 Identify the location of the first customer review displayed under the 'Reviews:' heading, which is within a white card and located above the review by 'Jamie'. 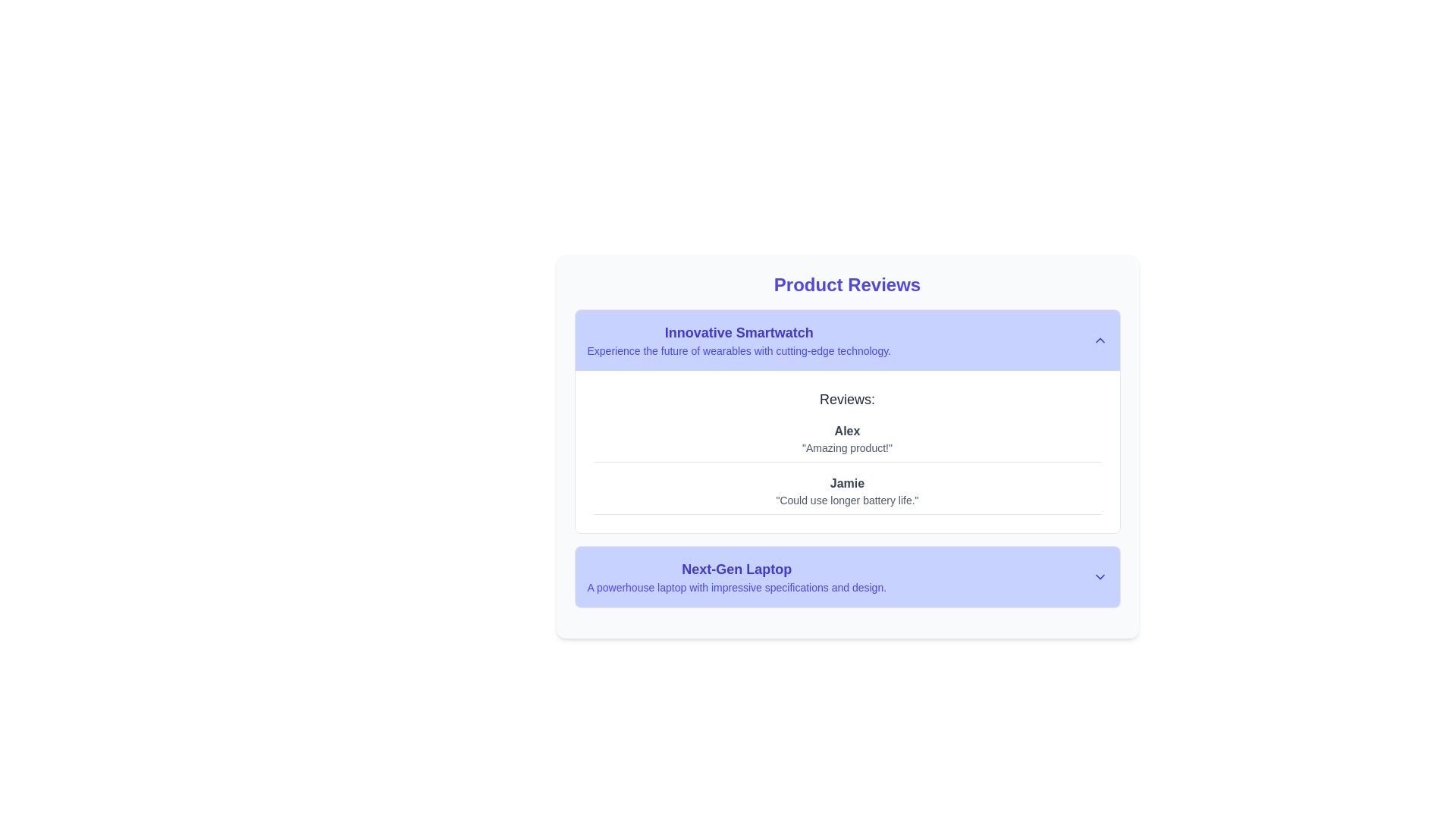
(846, 442).